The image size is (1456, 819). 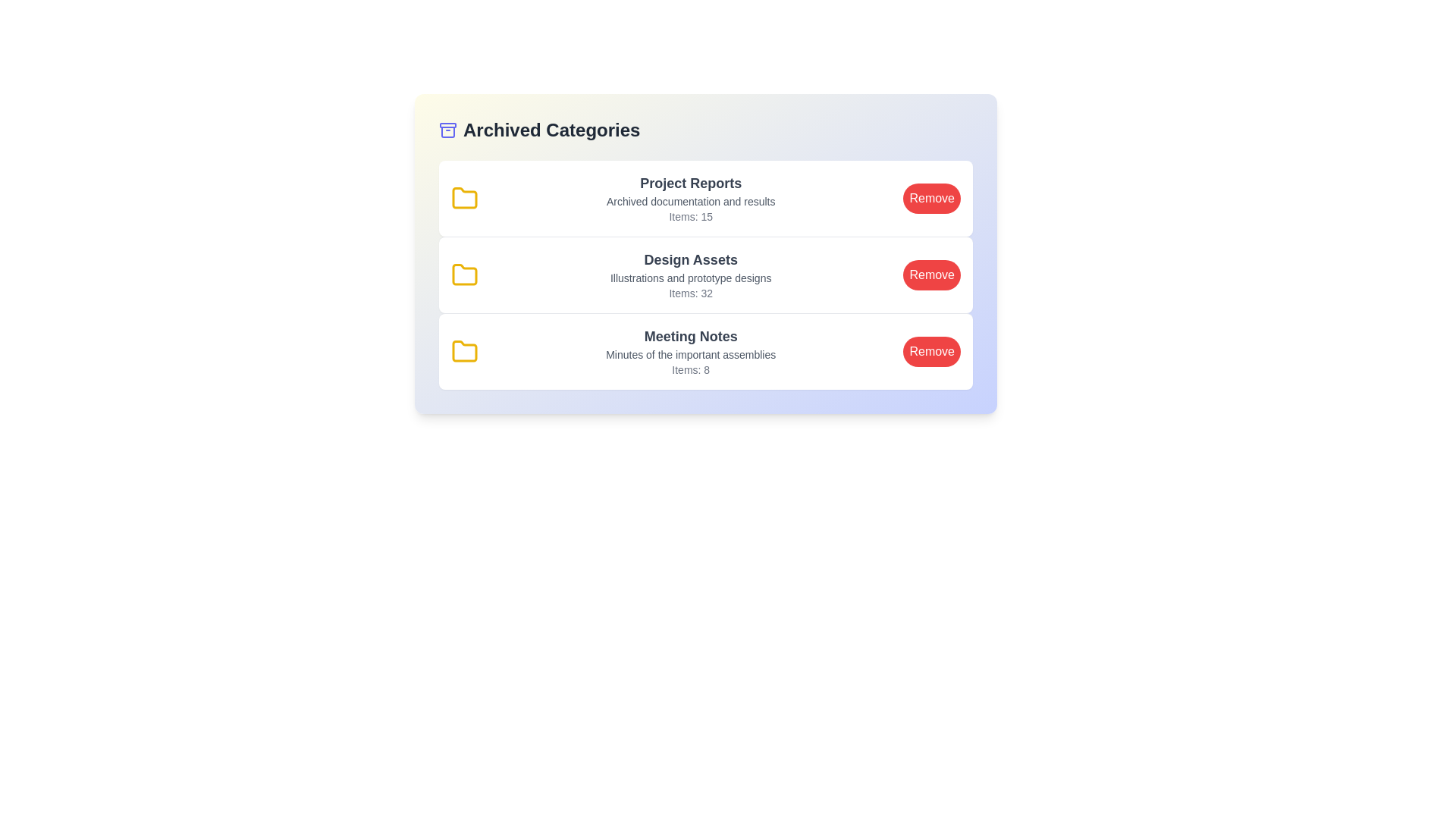 I want to click on the category Project Reports to read its details, so click(x=705, y=198).